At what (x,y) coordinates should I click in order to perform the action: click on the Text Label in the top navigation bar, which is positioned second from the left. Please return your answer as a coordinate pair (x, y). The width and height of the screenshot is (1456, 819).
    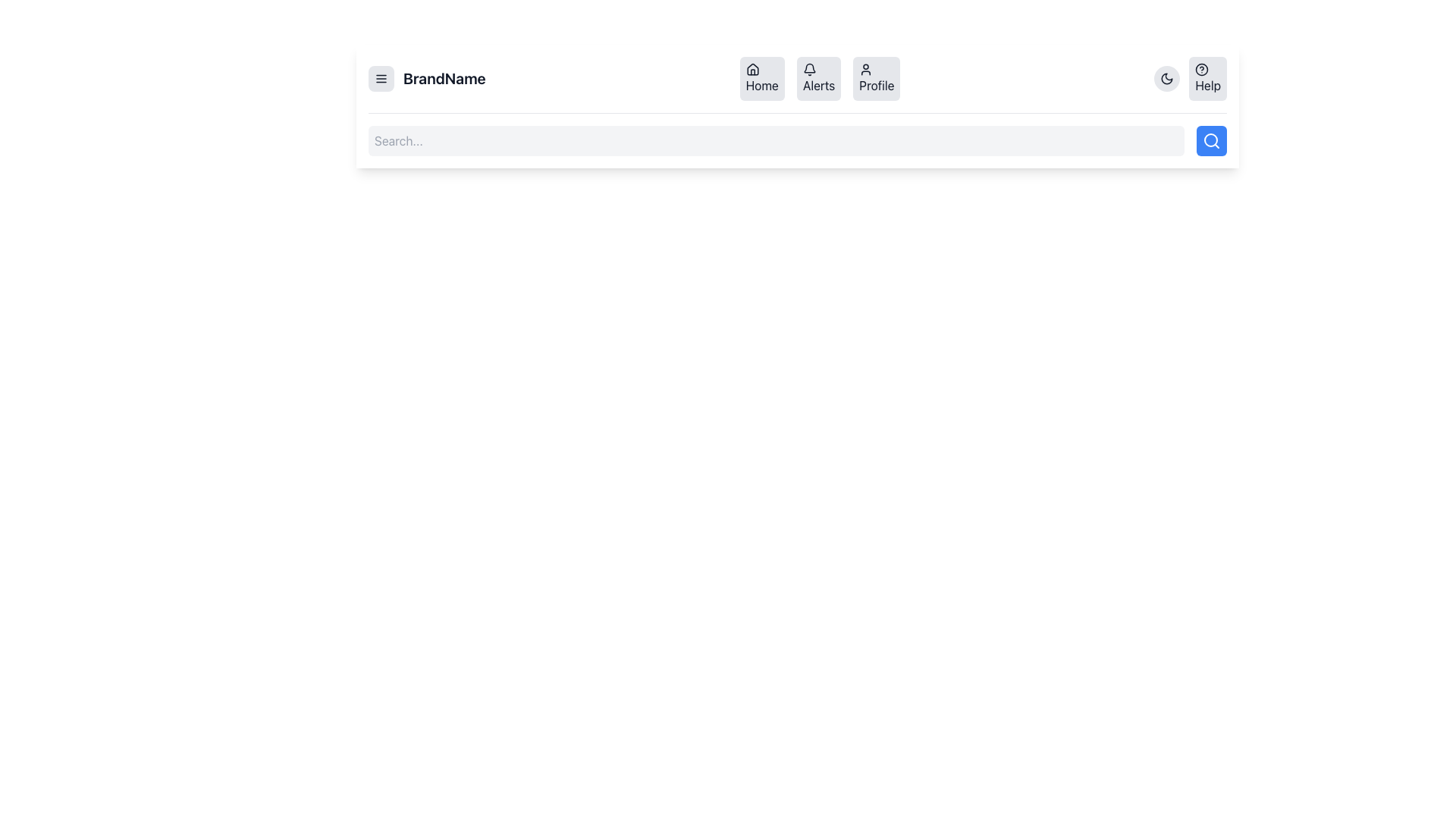
    Looking at the image, I should click on (426, 79).